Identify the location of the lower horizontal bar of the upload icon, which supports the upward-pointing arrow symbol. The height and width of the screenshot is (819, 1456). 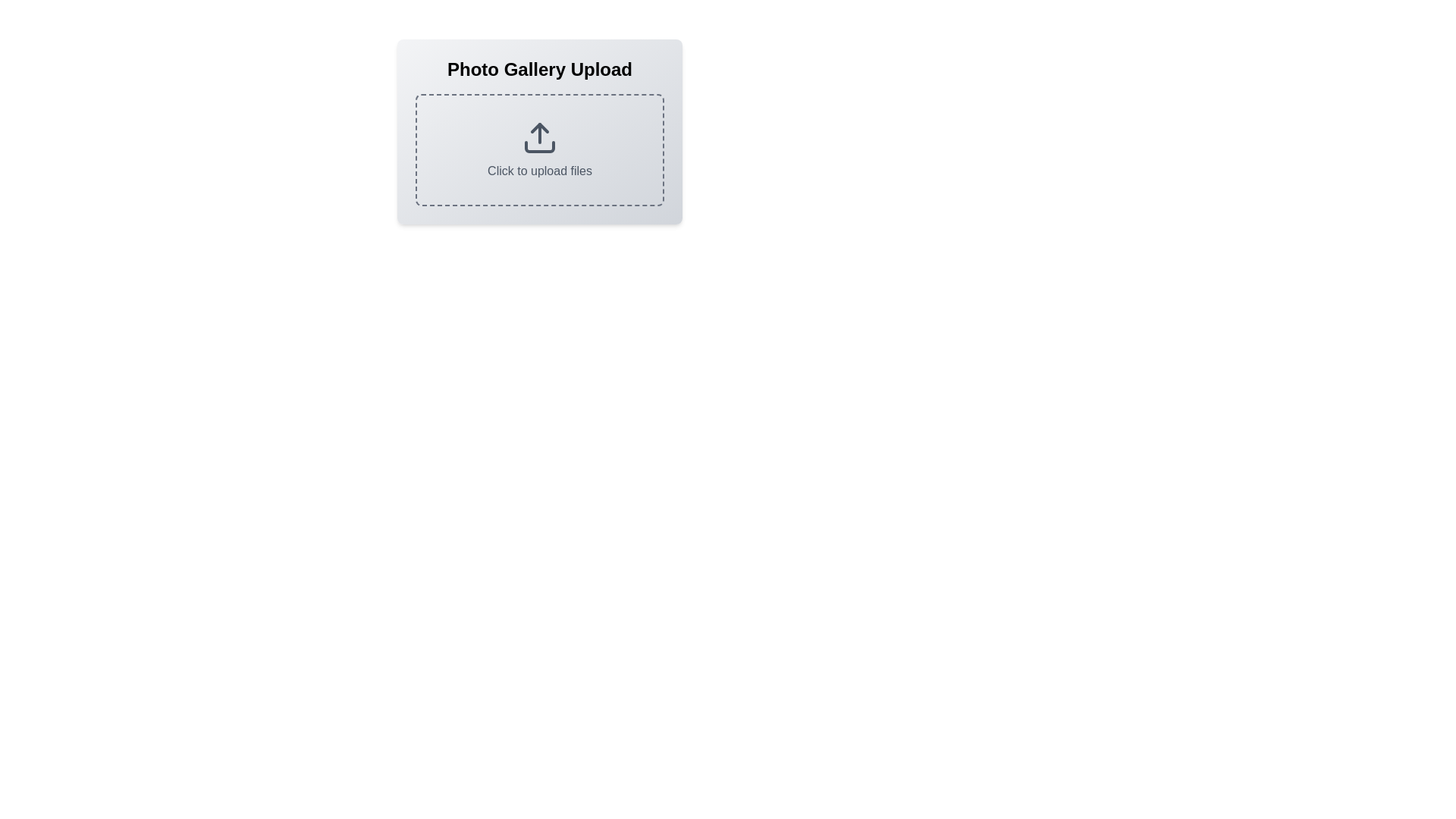
(539, 146).